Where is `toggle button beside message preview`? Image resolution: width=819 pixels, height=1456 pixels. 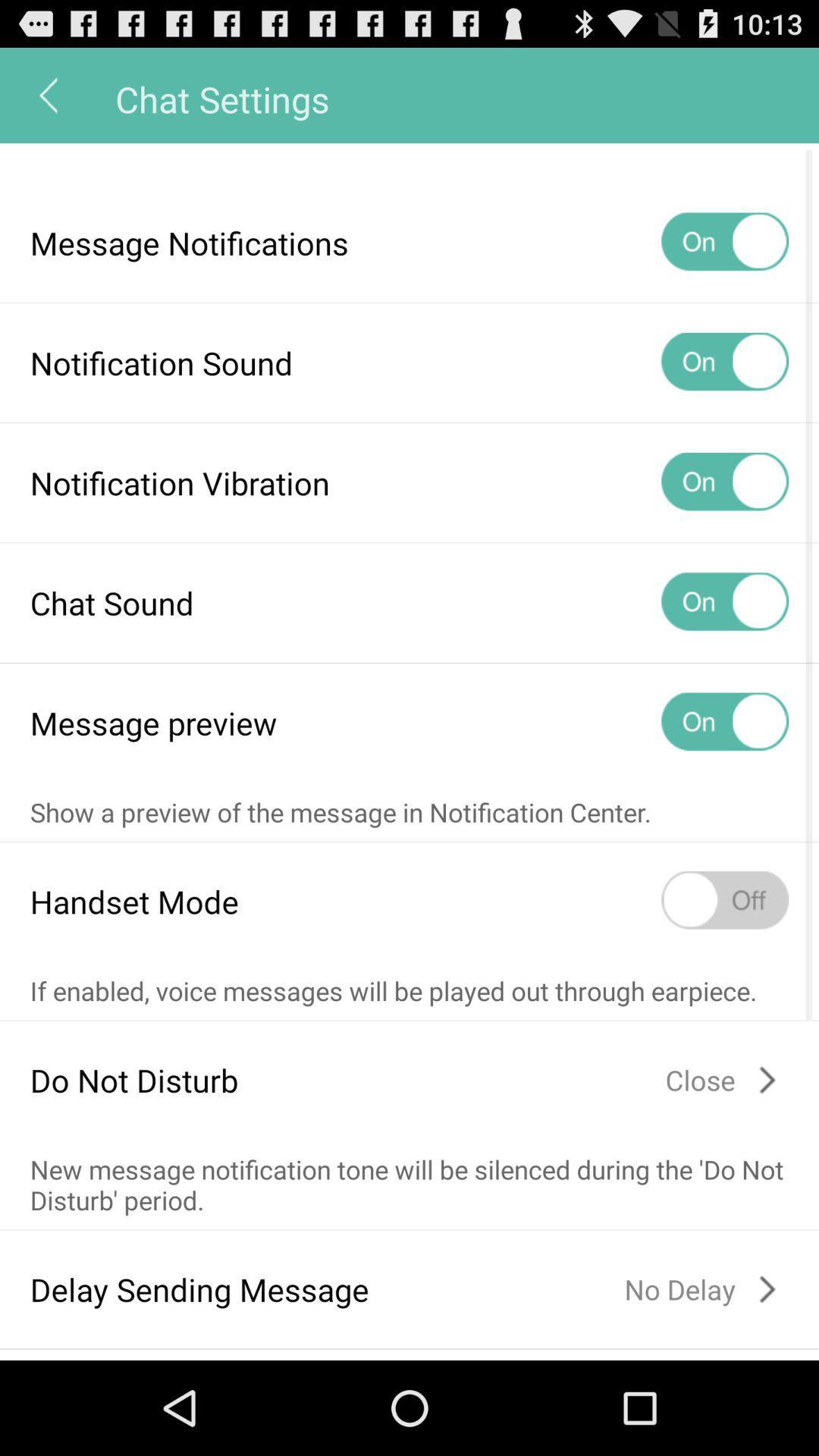
toggle button beside message preview is located at coordinates (724, 722).